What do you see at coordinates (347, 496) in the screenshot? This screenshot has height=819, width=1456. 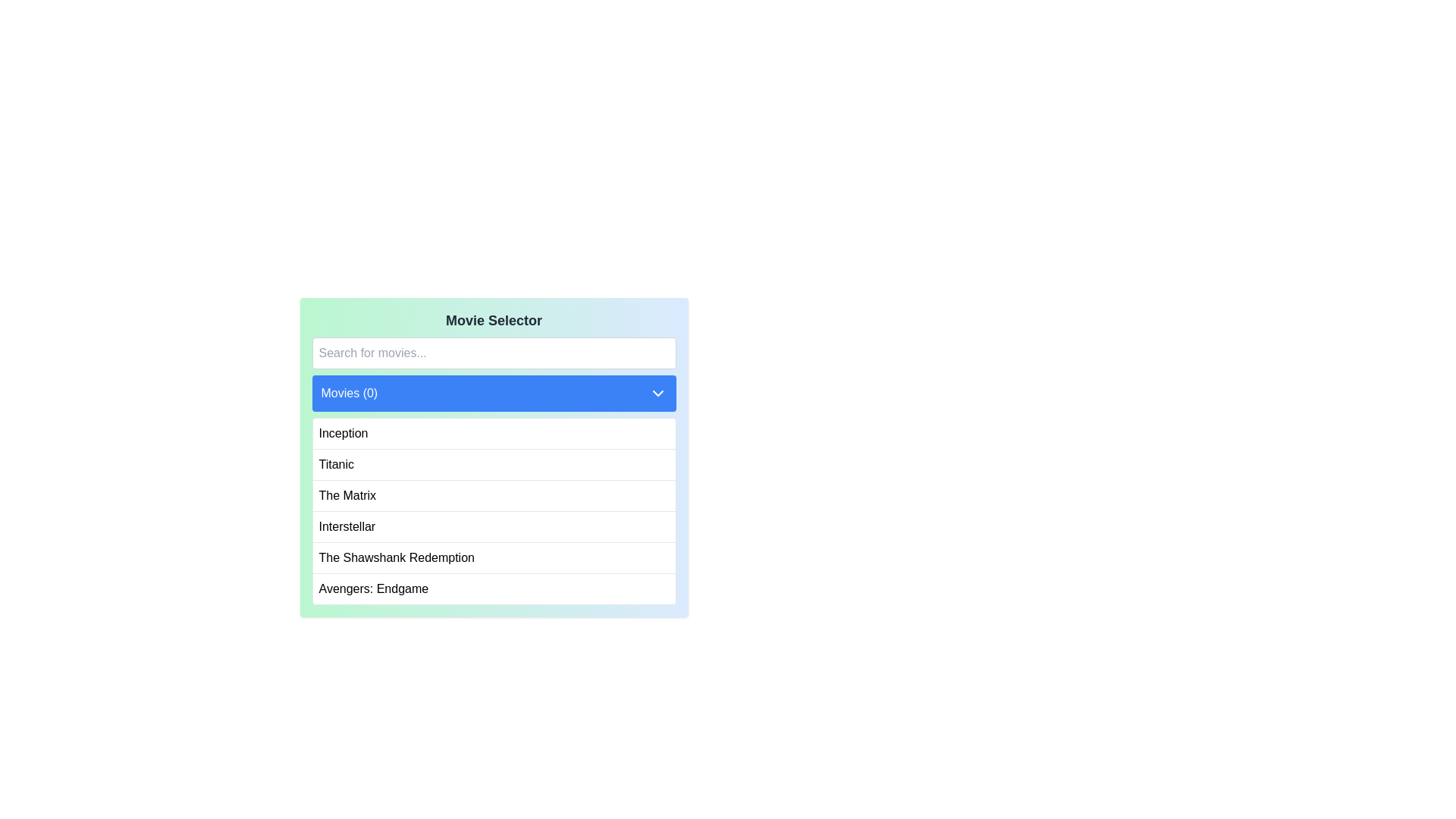 I see `the list item labeled 'The Matrix'` at bounding box center [347, 496].